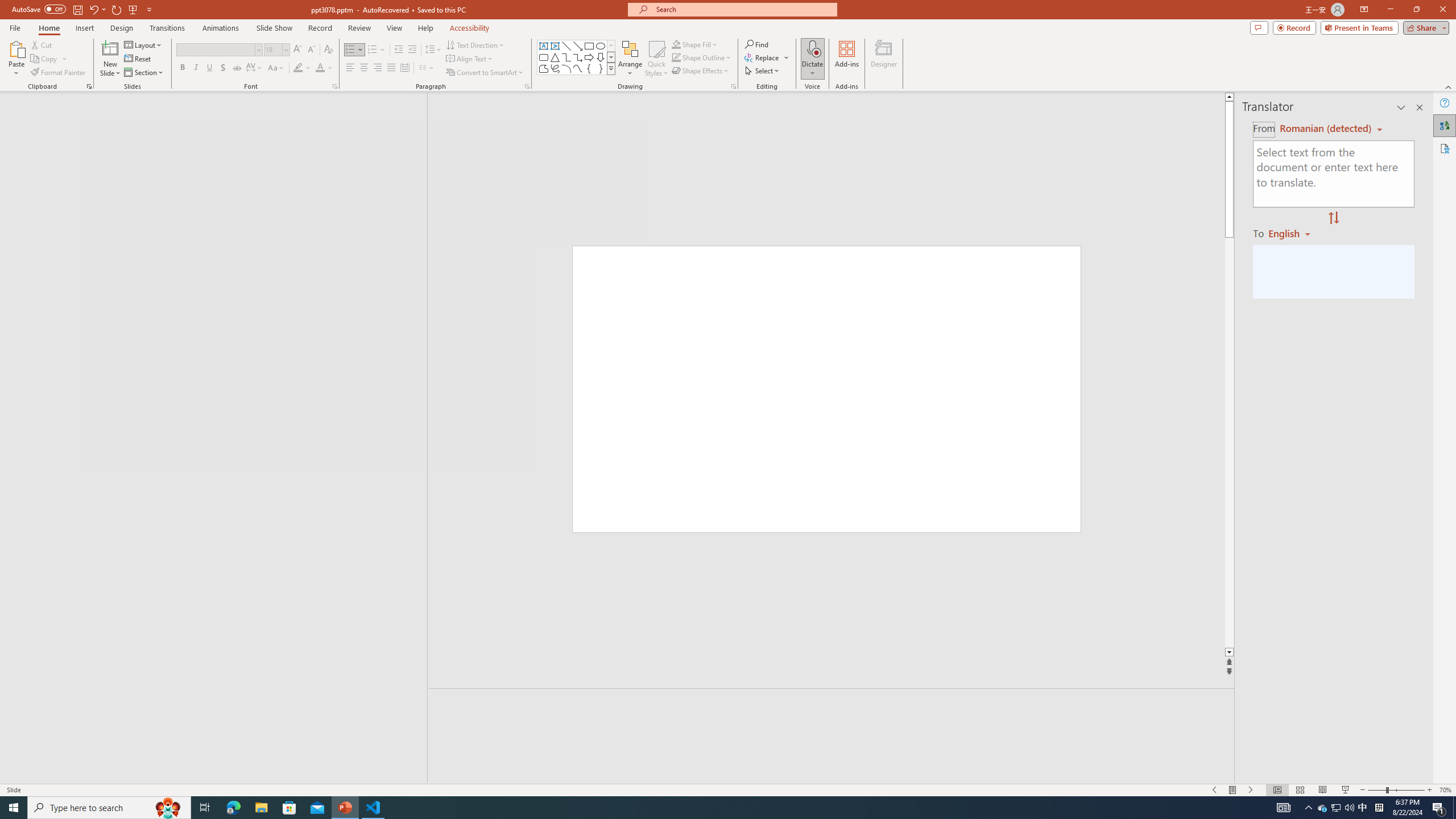 Image resolution: width=1456 pixels, height=819 pixels. What do you see at coordinates (1445, 790) in the screenshot?
I see `'Zoom 70%'` at bounding box center [1445, 790].